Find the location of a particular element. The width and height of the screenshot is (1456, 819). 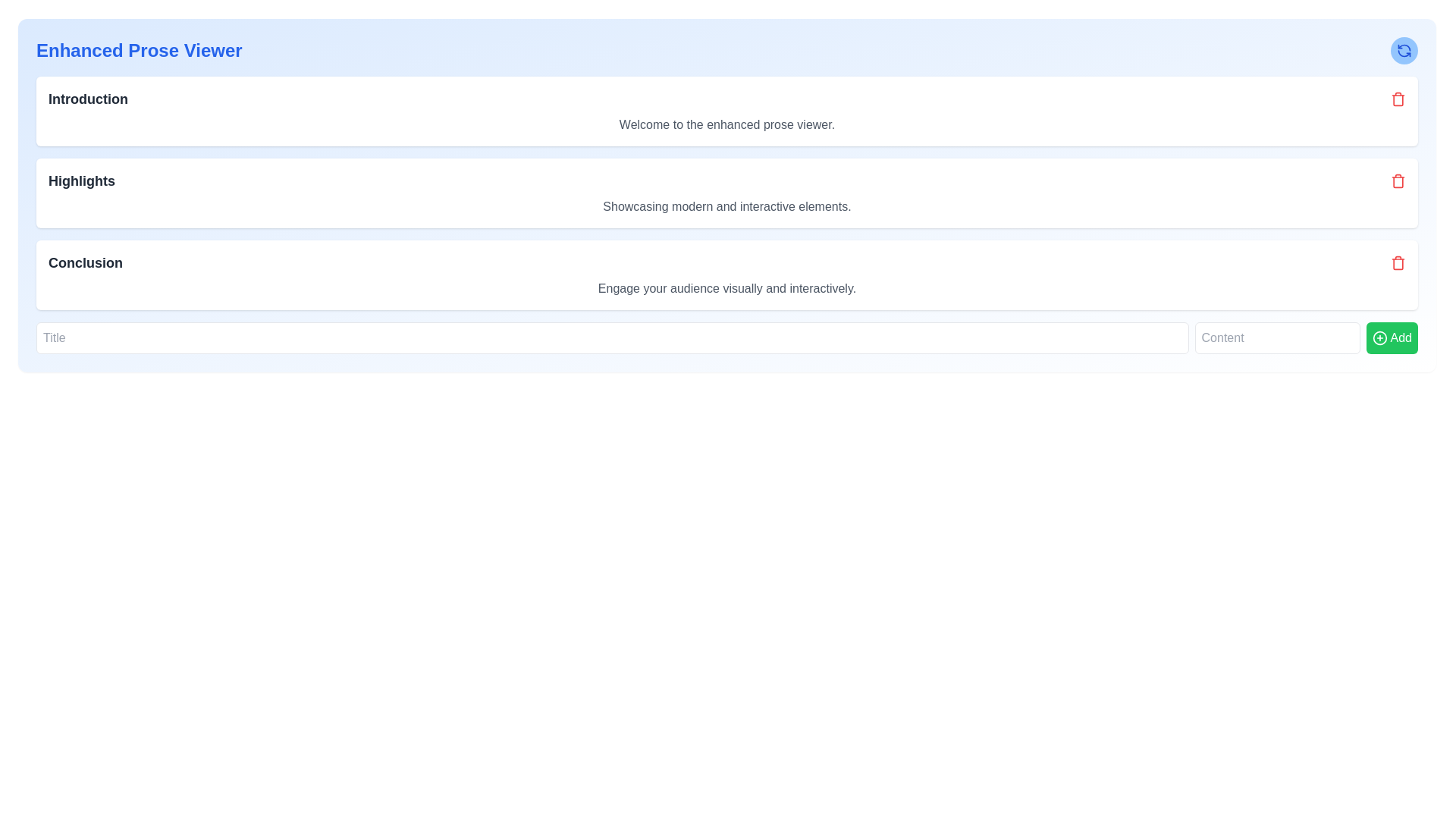

the circular graphical component within the SVG that is part of a 'plus inside a circle' design, located in the bottom-right section of the interface is located at coordinates (1379, 337).